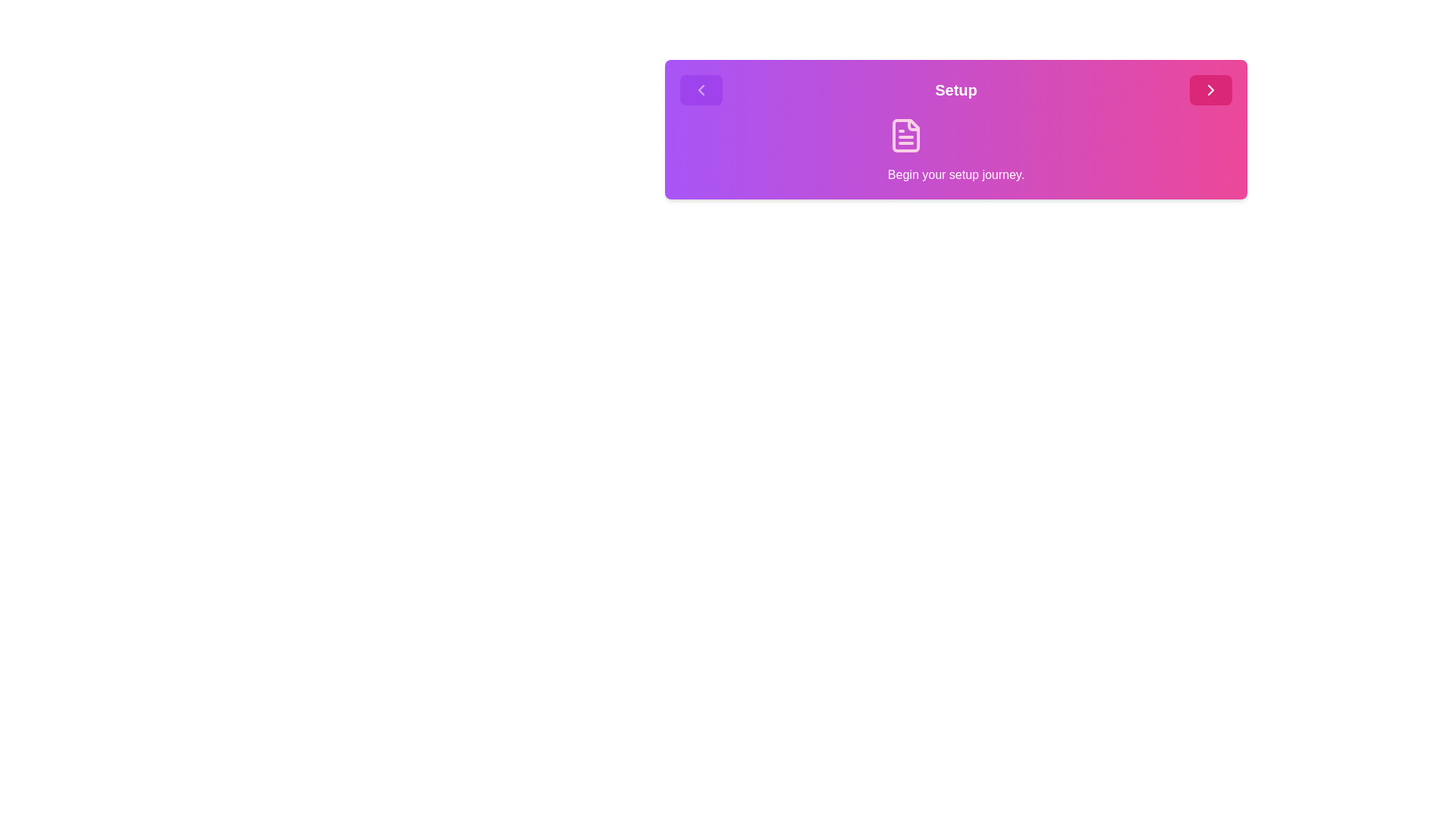 This screenshot has width=1456, height=819. Describe the element at coordinates (1210, 90) in the screenshot. I see `the forward button to navigate to the next step` at that location.